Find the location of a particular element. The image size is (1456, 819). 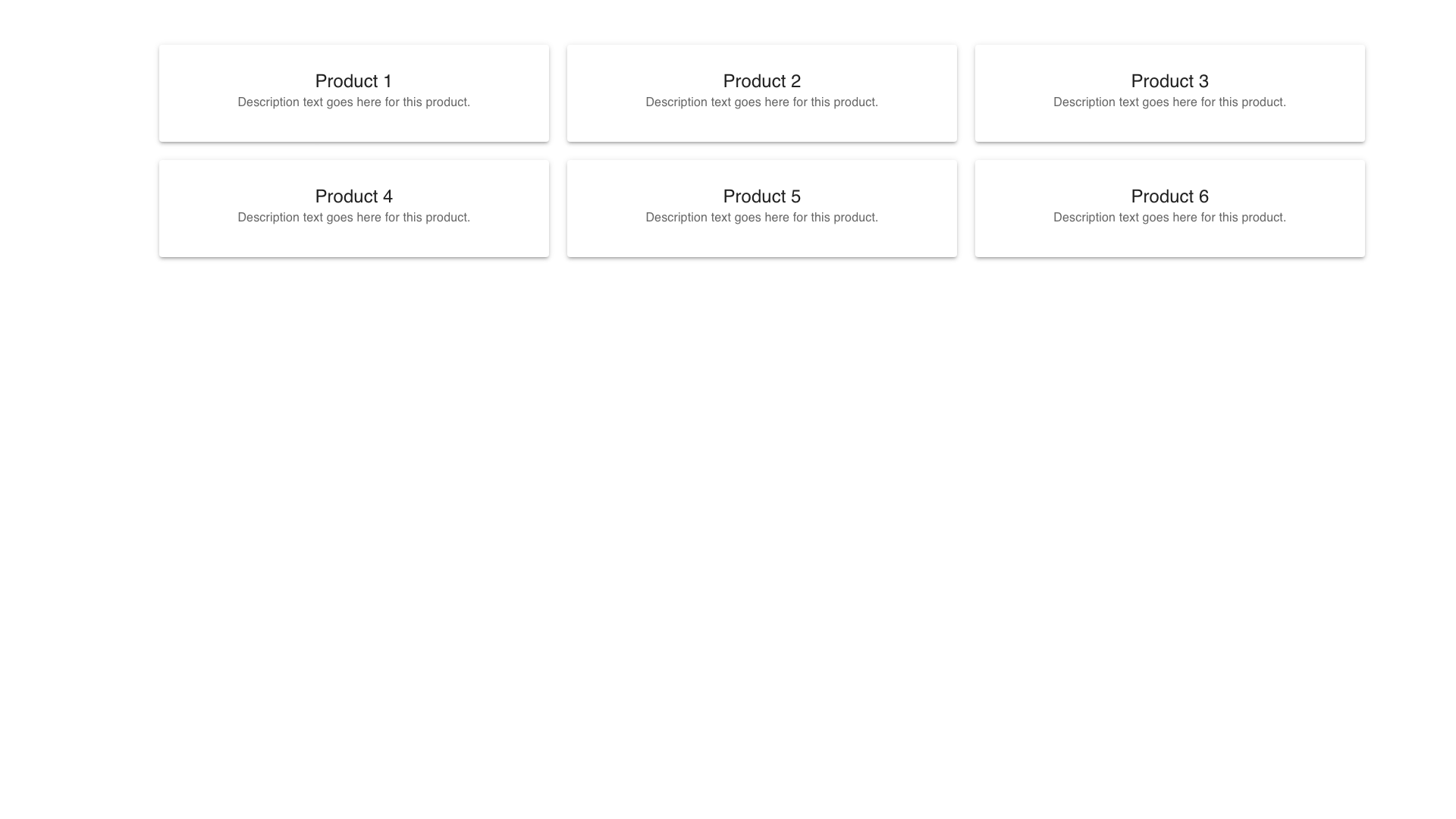

displayed title of the text label located at the top of the second card in the grid layout, which serves as the product heading is located at coordinates (353, 195).